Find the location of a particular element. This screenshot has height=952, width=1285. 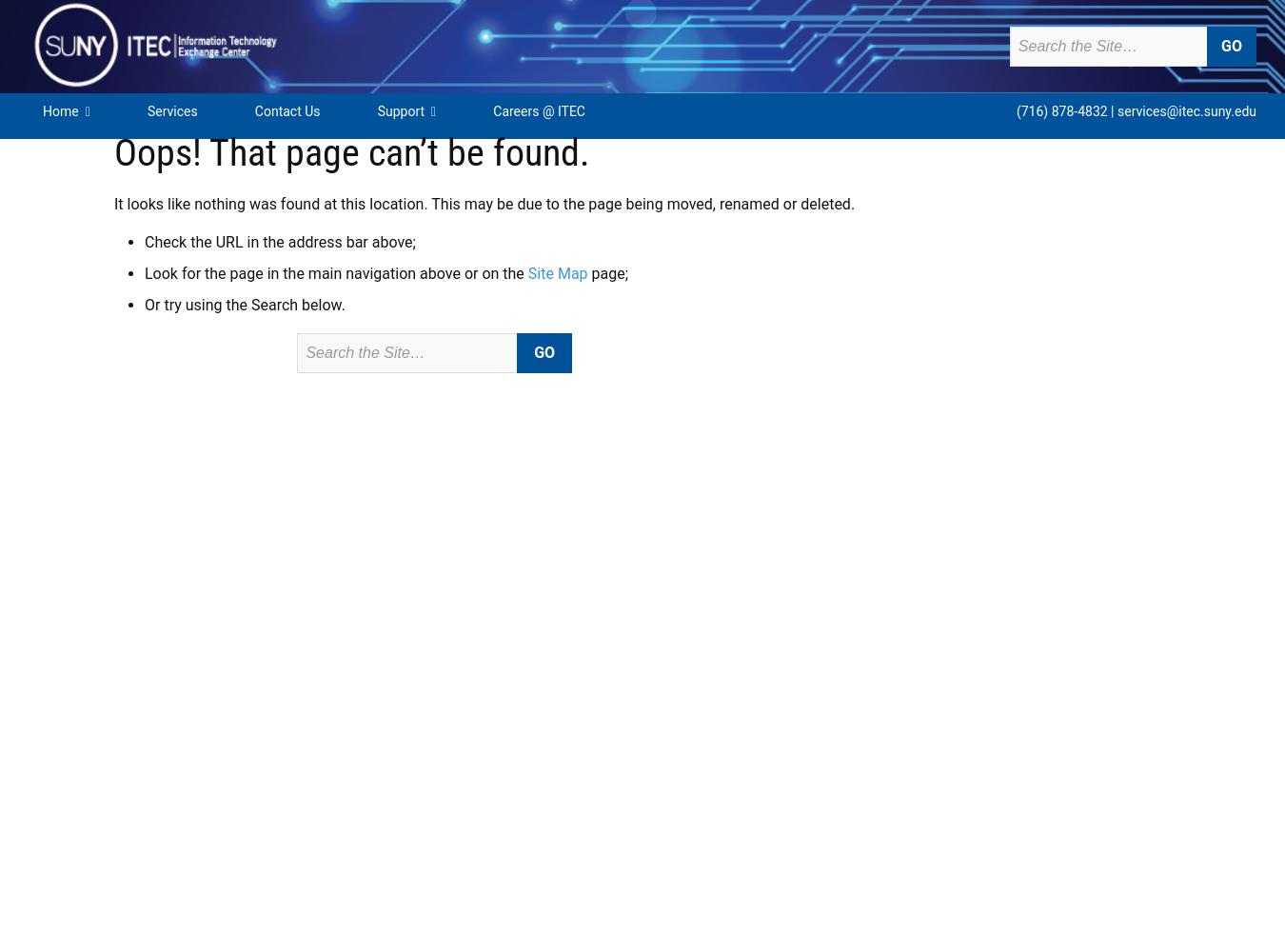

'Check the URL in the address bar above;' is located at coordinates (279, 242).